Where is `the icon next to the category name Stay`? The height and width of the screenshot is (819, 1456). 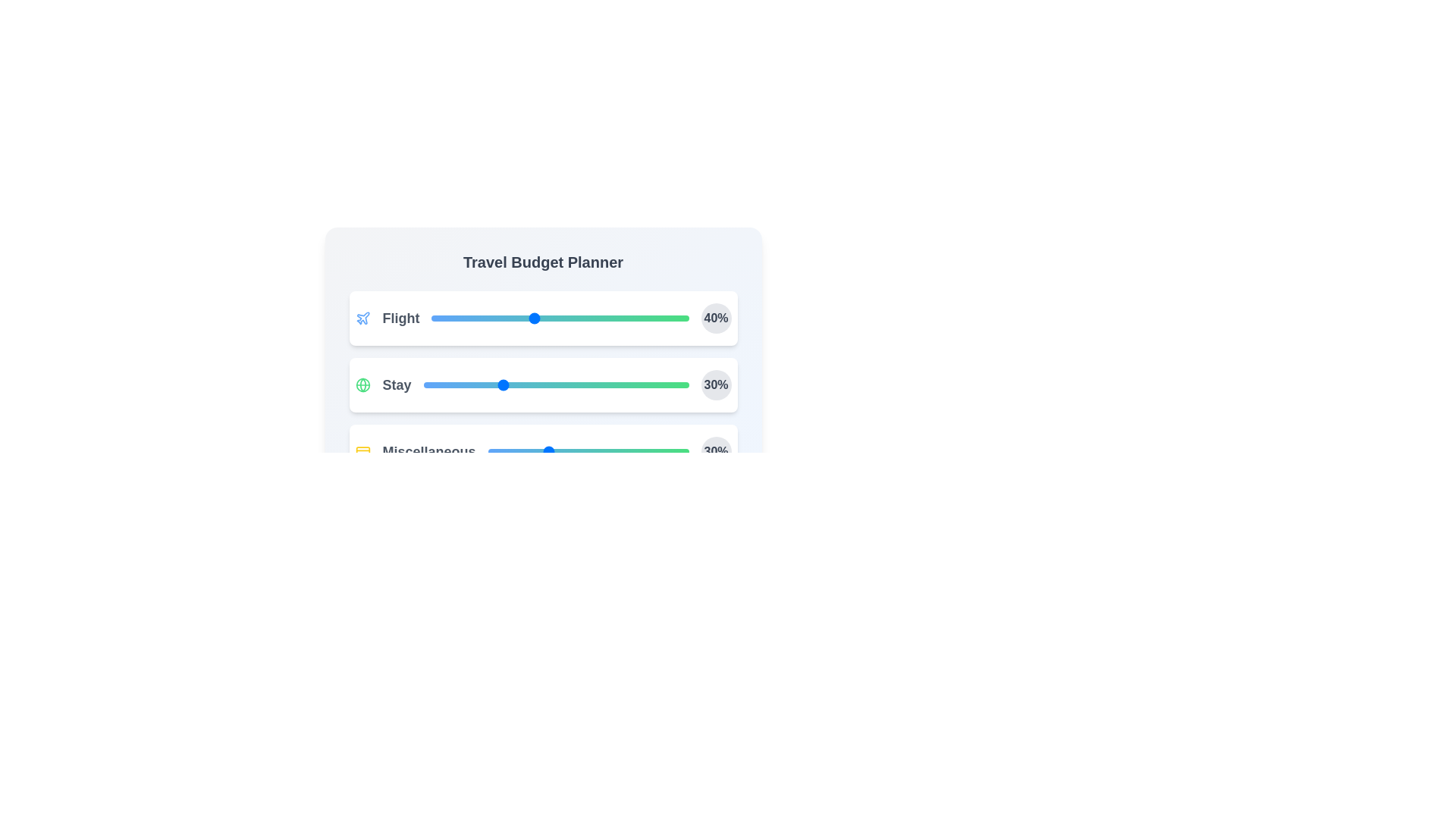 the icon next to the category name Stay is located at coordinates (362, 384).